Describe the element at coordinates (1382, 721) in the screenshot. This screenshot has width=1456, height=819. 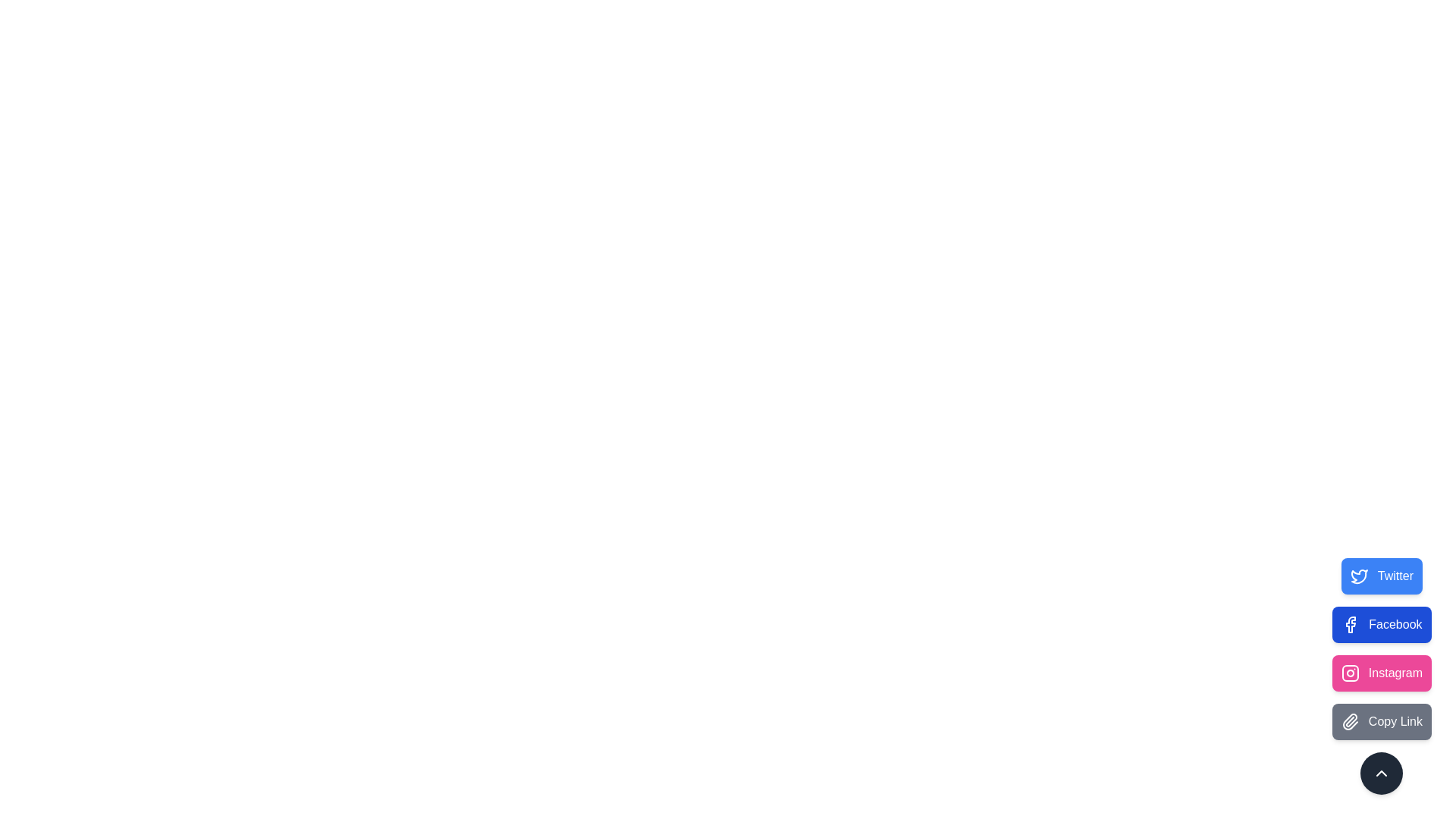
I see `the Copy Link button to perform the corresponding action` at that location.